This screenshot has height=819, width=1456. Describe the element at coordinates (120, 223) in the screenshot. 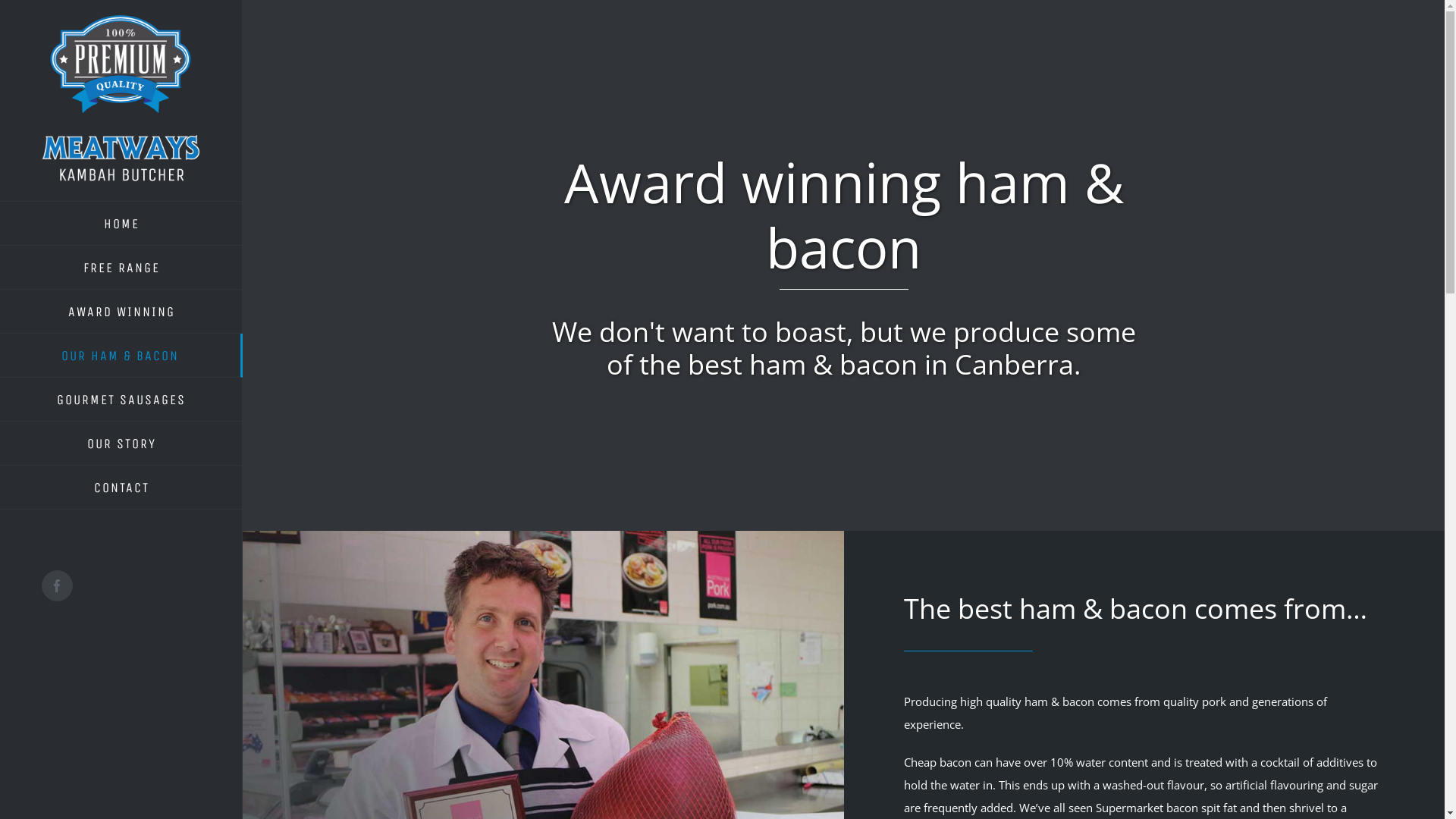

I see `'HOME'` at that location.